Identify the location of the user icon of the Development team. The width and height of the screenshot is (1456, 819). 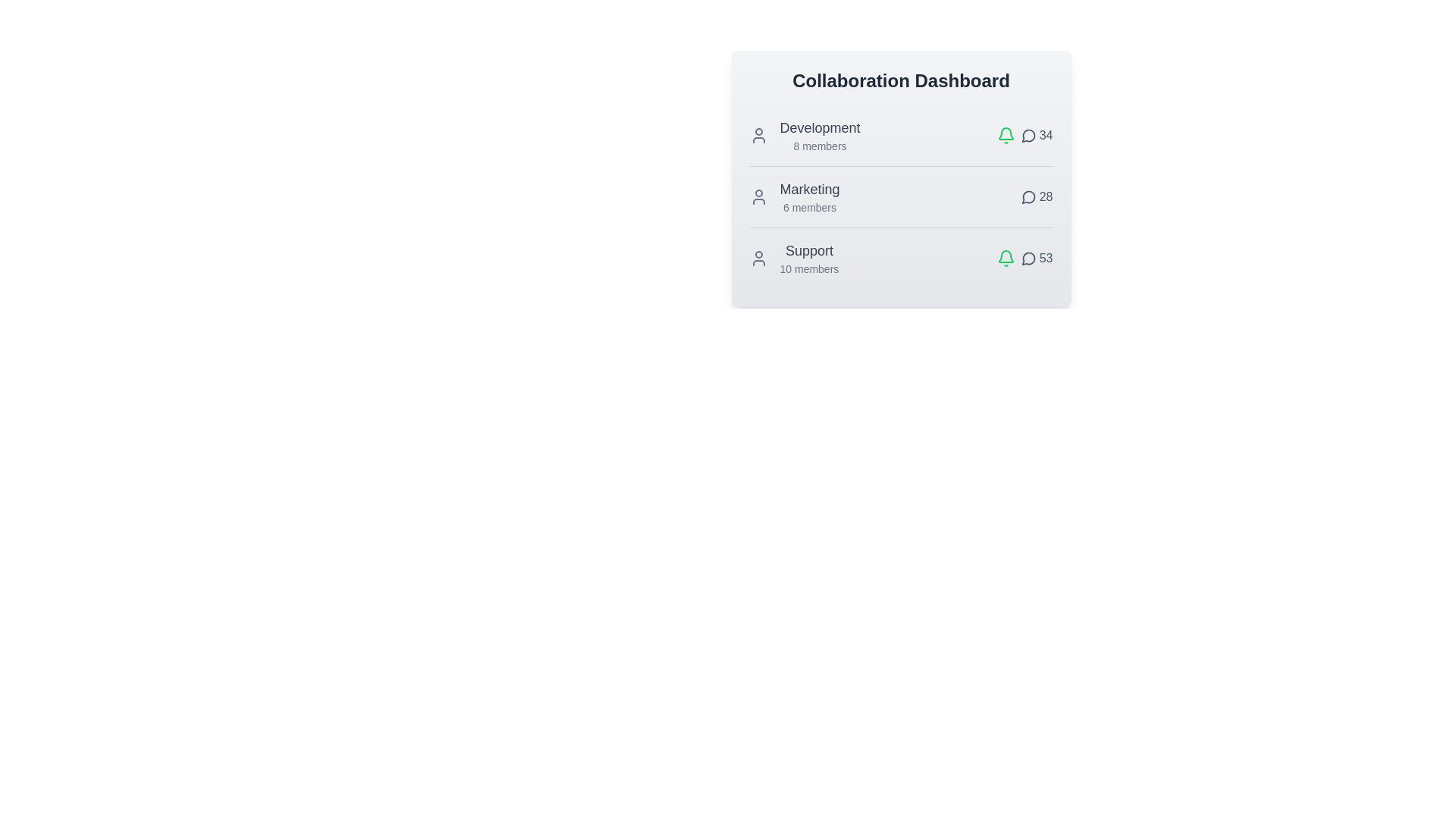
(758, 134).